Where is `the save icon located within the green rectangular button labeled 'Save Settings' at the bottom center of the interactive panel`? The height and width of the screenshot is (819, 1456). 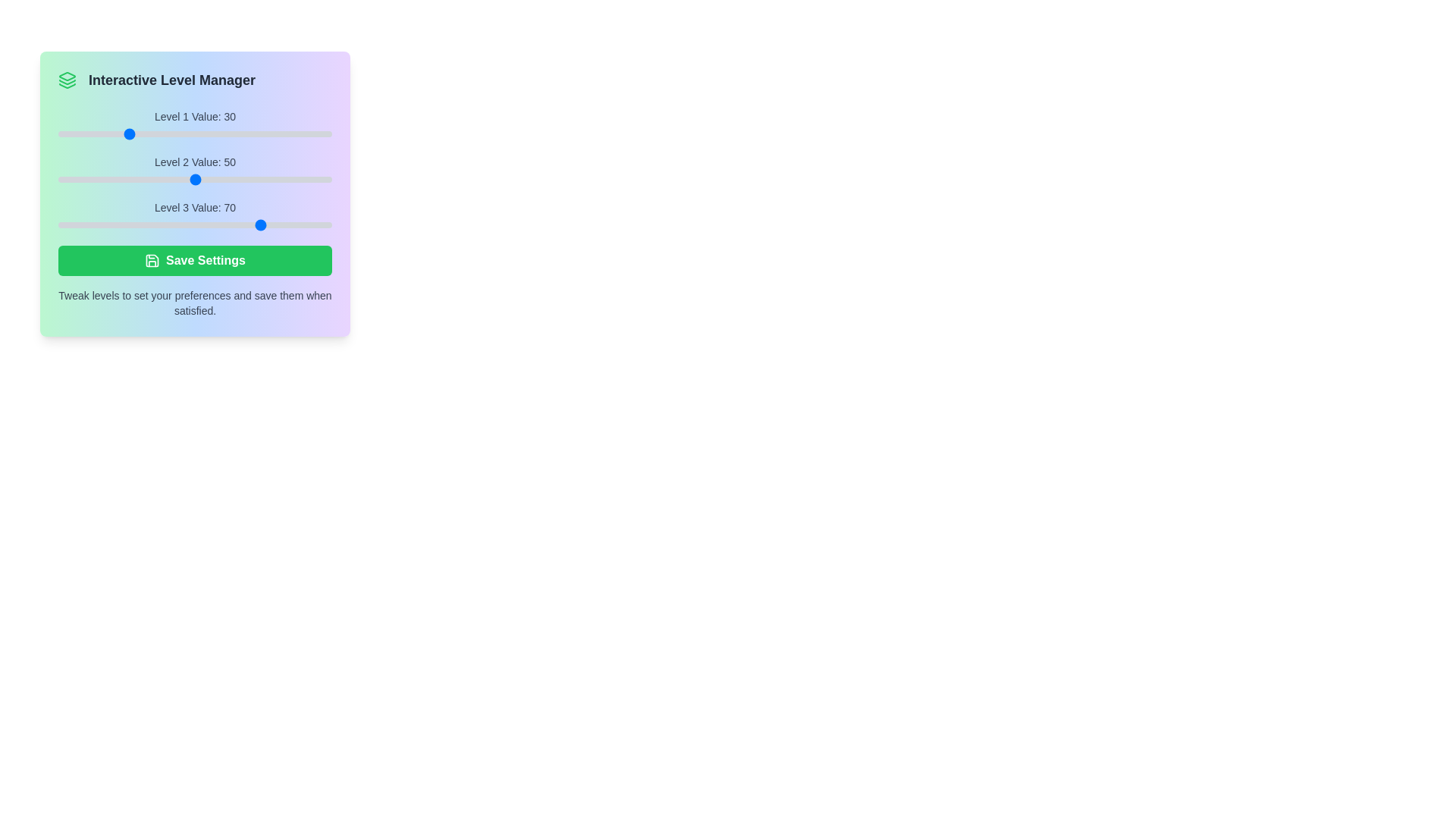
the save icon located within the green rectangular button labeled 'Save Settings' at the bottom center of the interactive panel is located at coordinates (152, 259).